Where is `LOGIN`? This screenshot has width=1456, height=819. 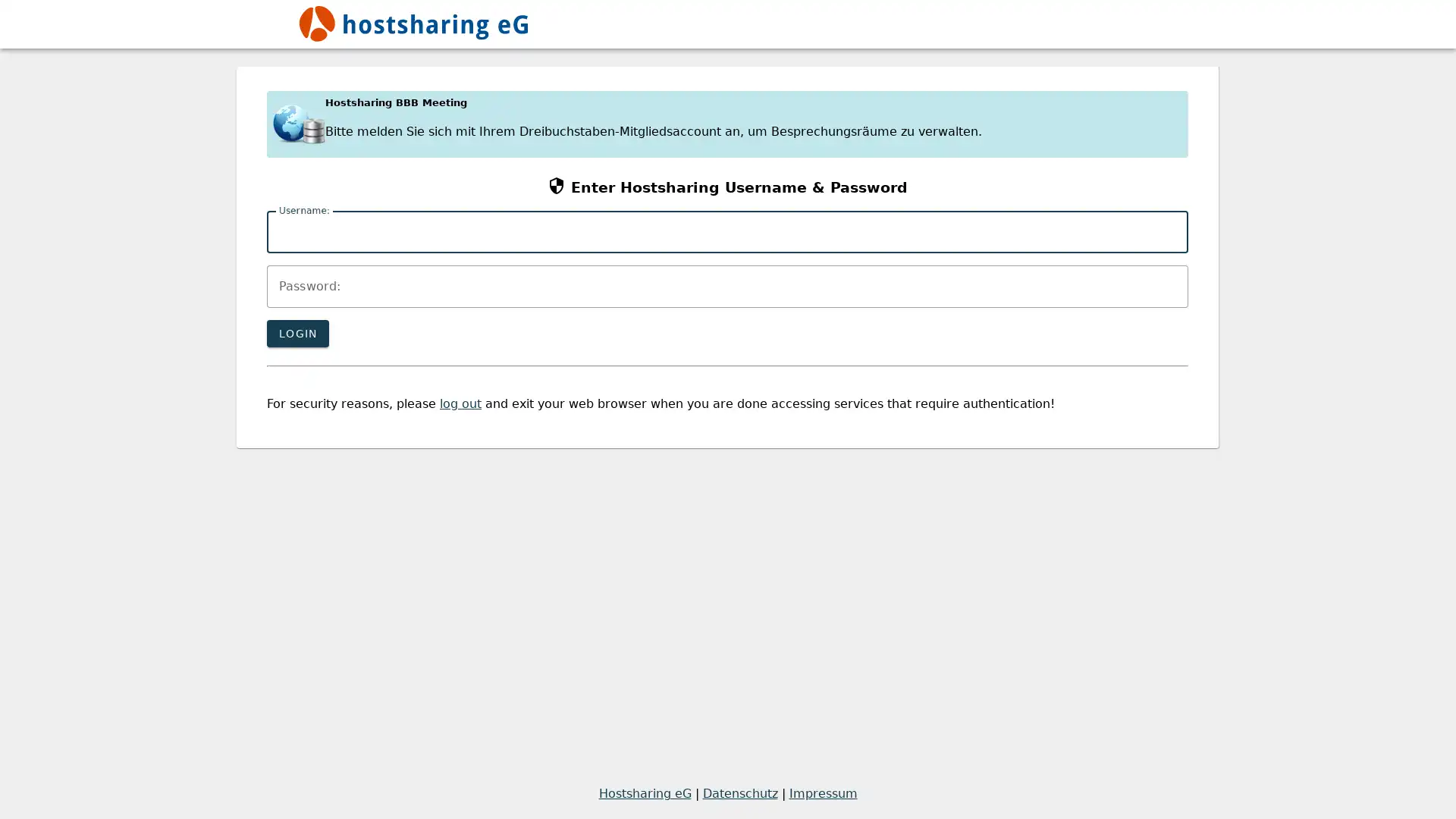 LOGIN is located at coordinates (298, 332).